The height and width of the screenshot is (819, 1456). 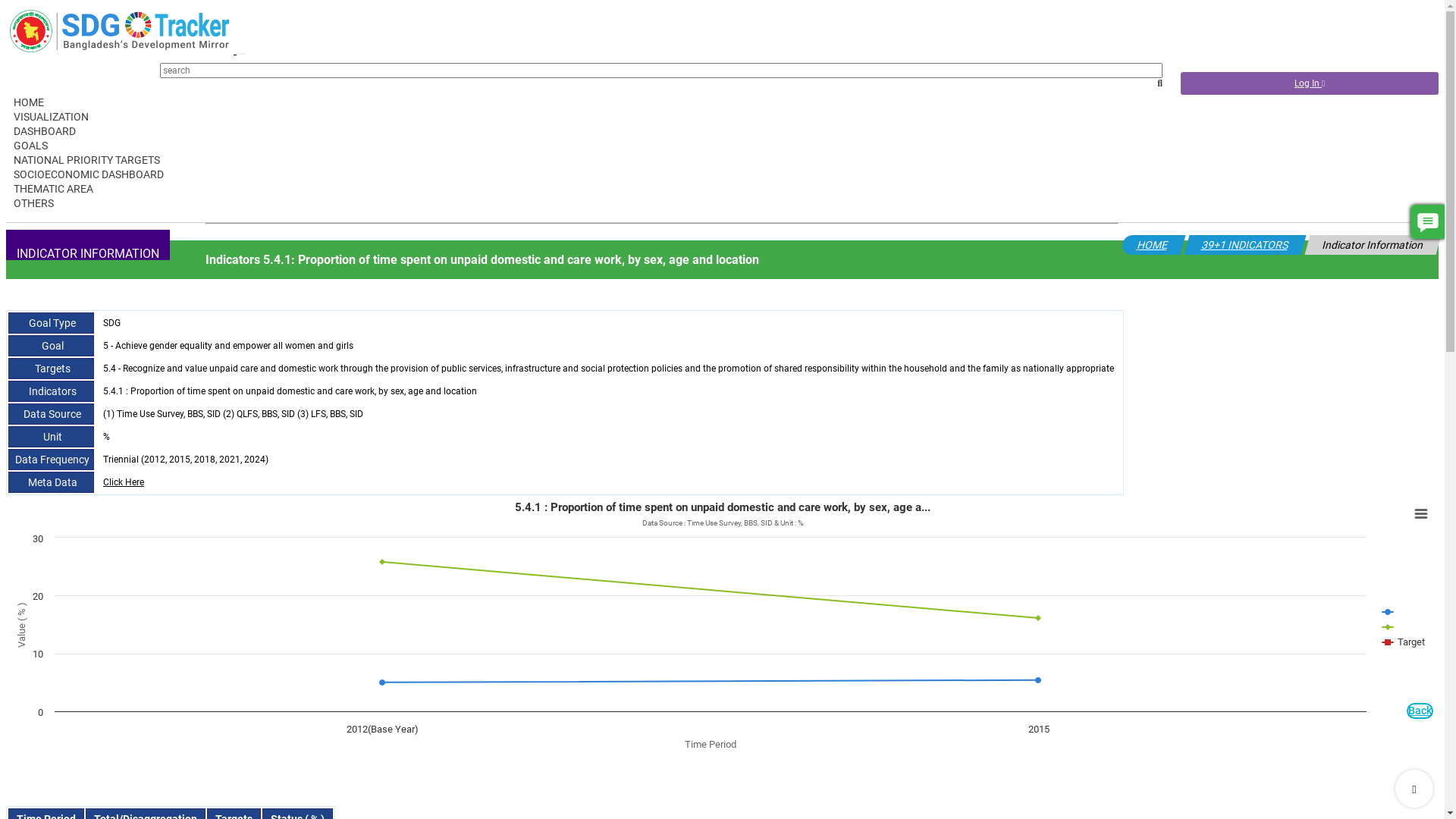 I want to click on 'HOME', so click(x=25, y=102).